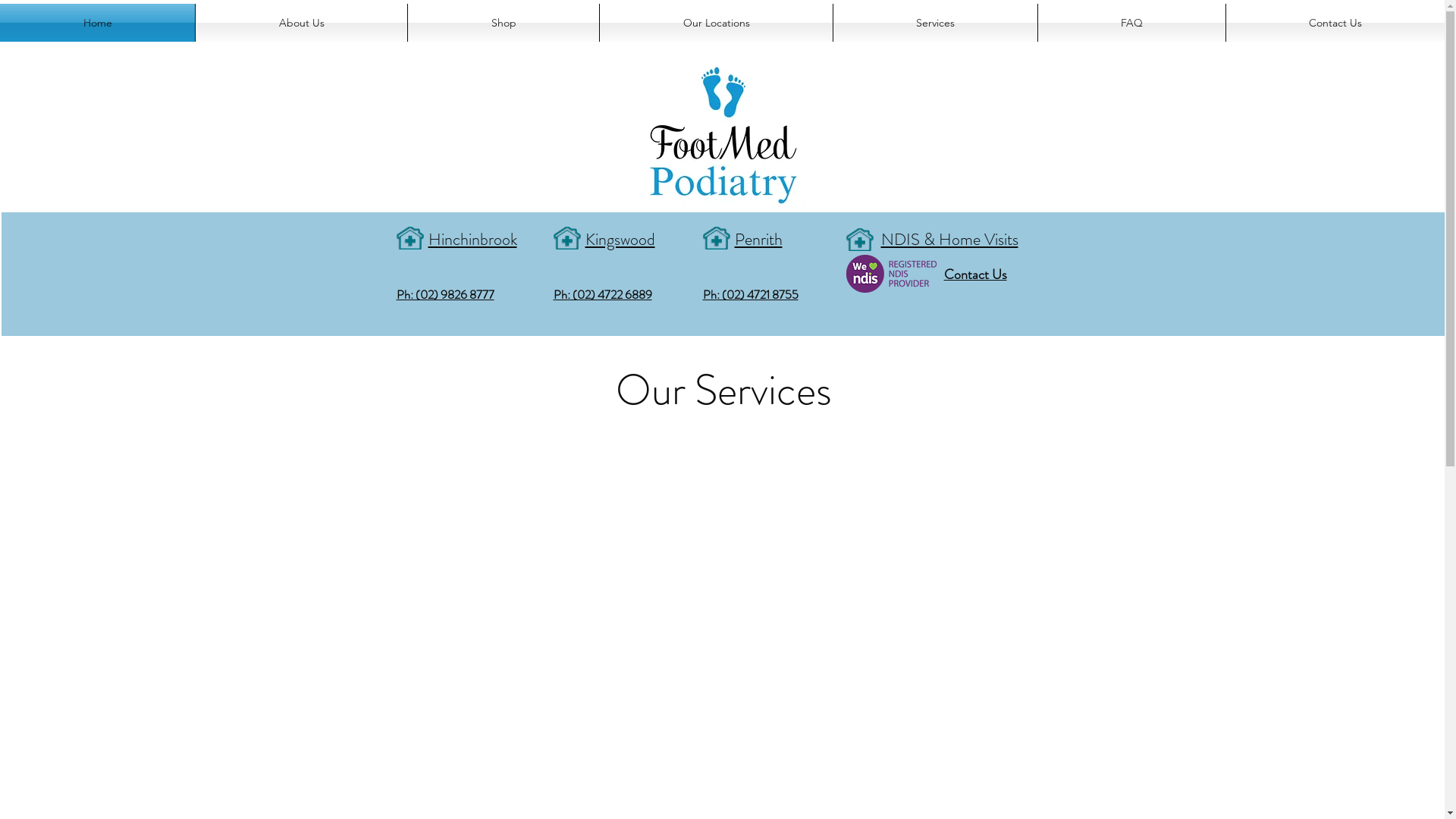  What do you see at coordinates (749, 293) in the screenshot?
I see `'Ph: (02) 4721 8755'` at bounding box center [749, 293].